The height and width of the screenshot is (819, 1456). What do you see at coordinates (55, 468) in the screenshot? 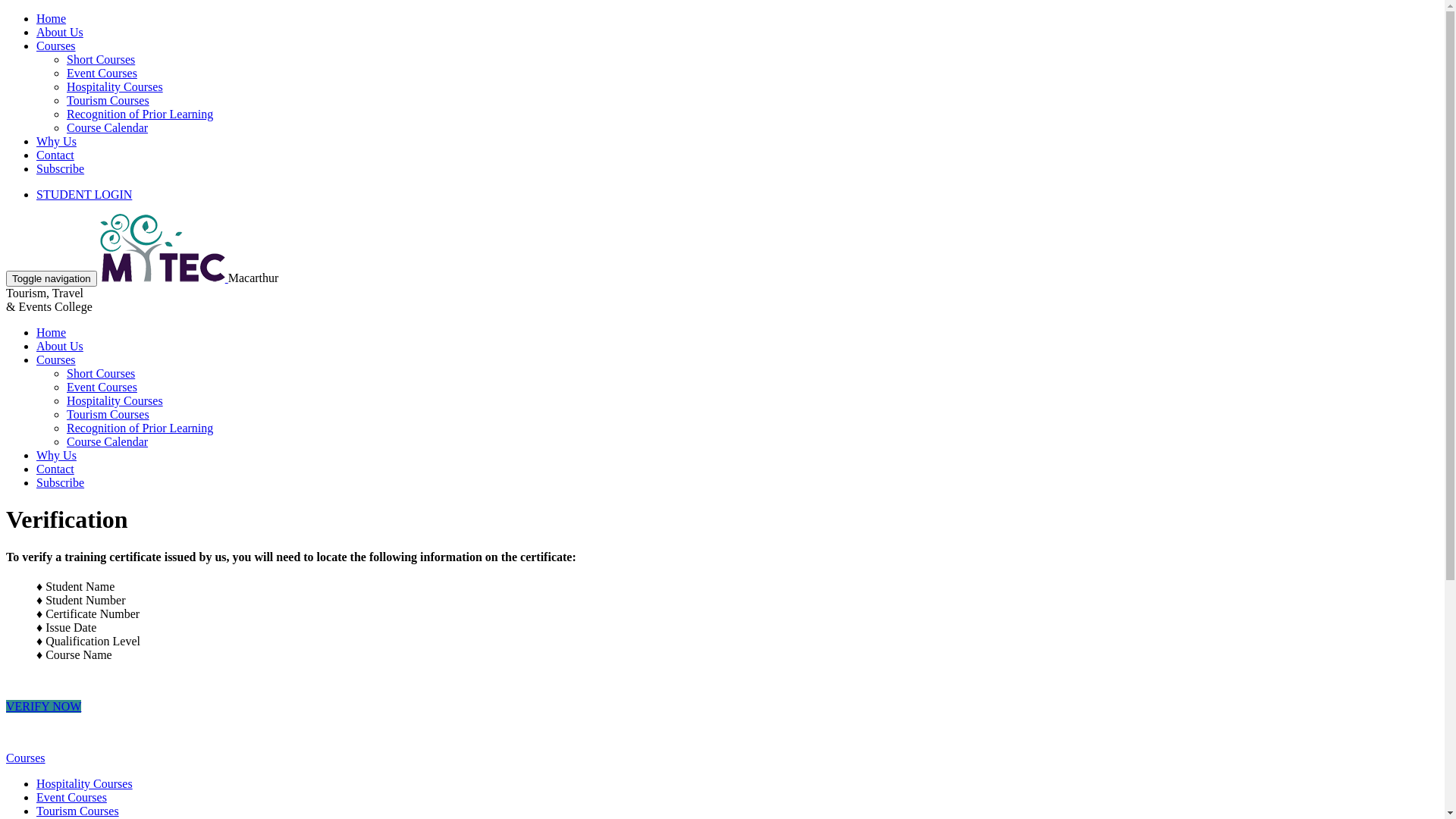
I see `'Contact'` at bounding box center [55, 468].